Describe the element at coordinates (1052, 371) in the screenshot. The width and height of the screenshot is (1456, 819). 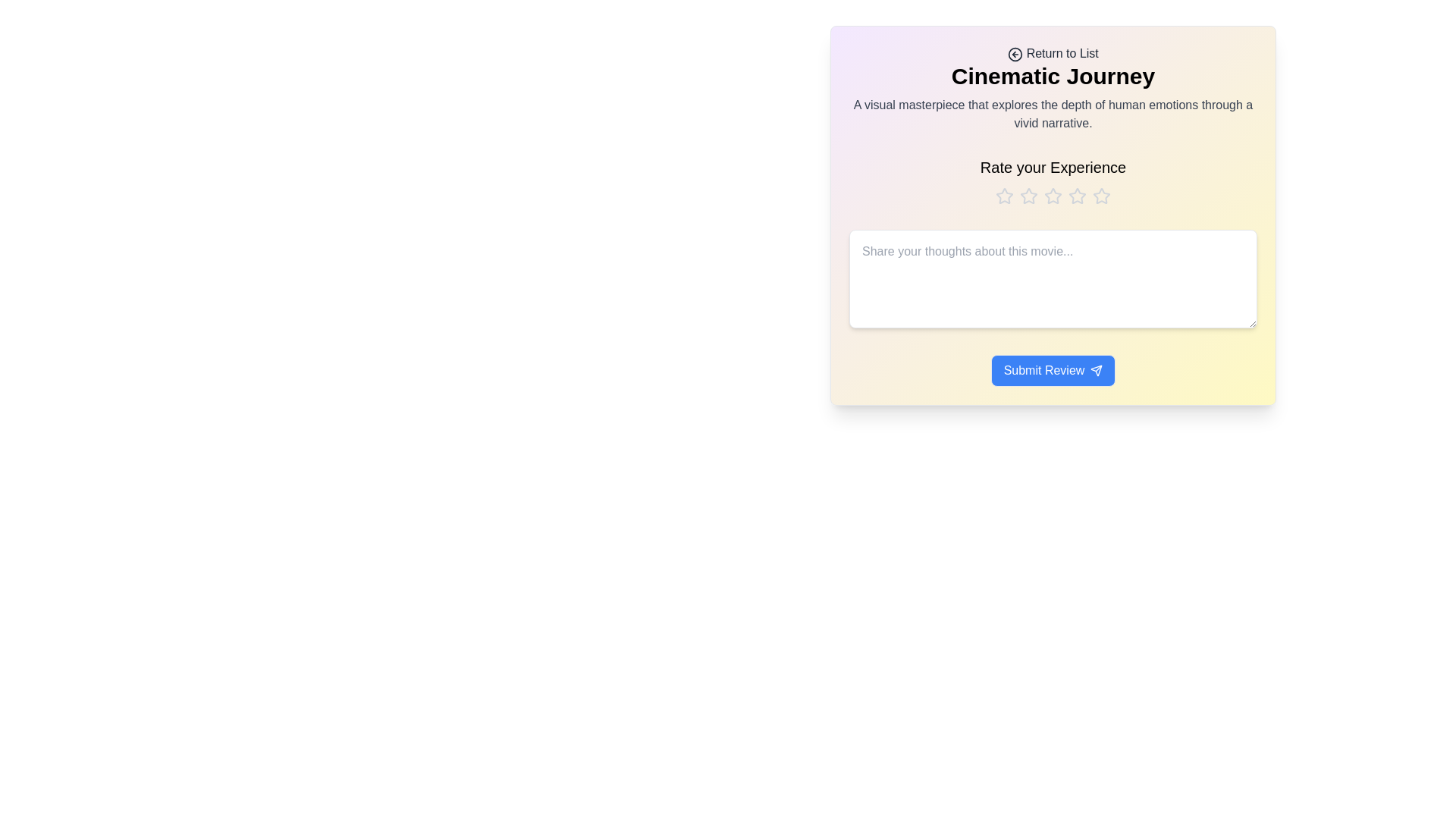
I see `the 'Submit Review' button, which is a rectangular button with rounded corners and a blue background, located at the bottom center of a review card layout` at that location.